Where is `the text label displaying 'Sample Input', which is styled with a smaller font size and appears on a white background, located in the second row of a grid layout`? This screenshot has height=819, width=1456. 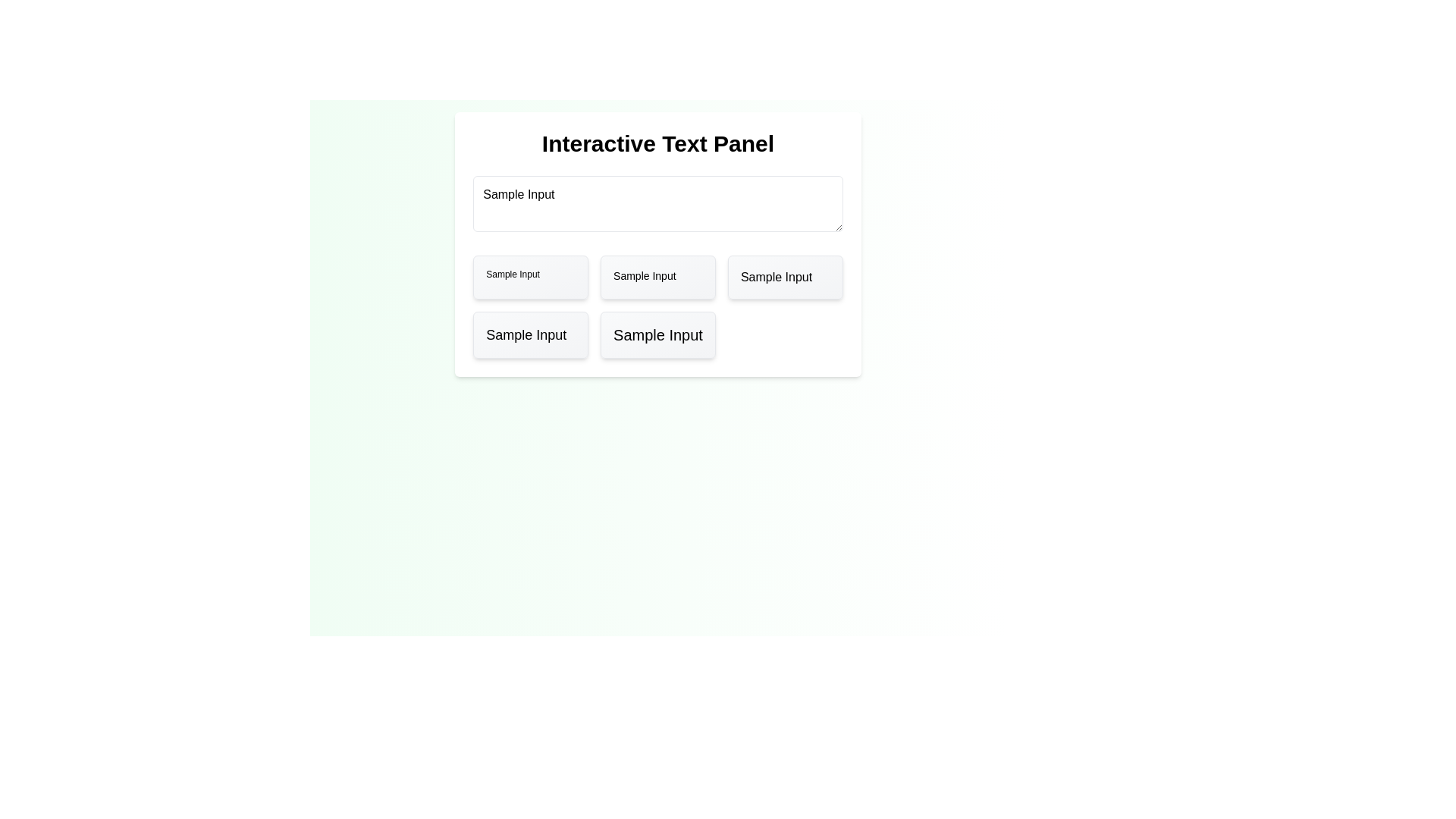
the text label displaying 'Sample Input', which is styled with a smaller font size and appears on a white background, located in the second row of a grid layout is located at coordinates (645, 278).